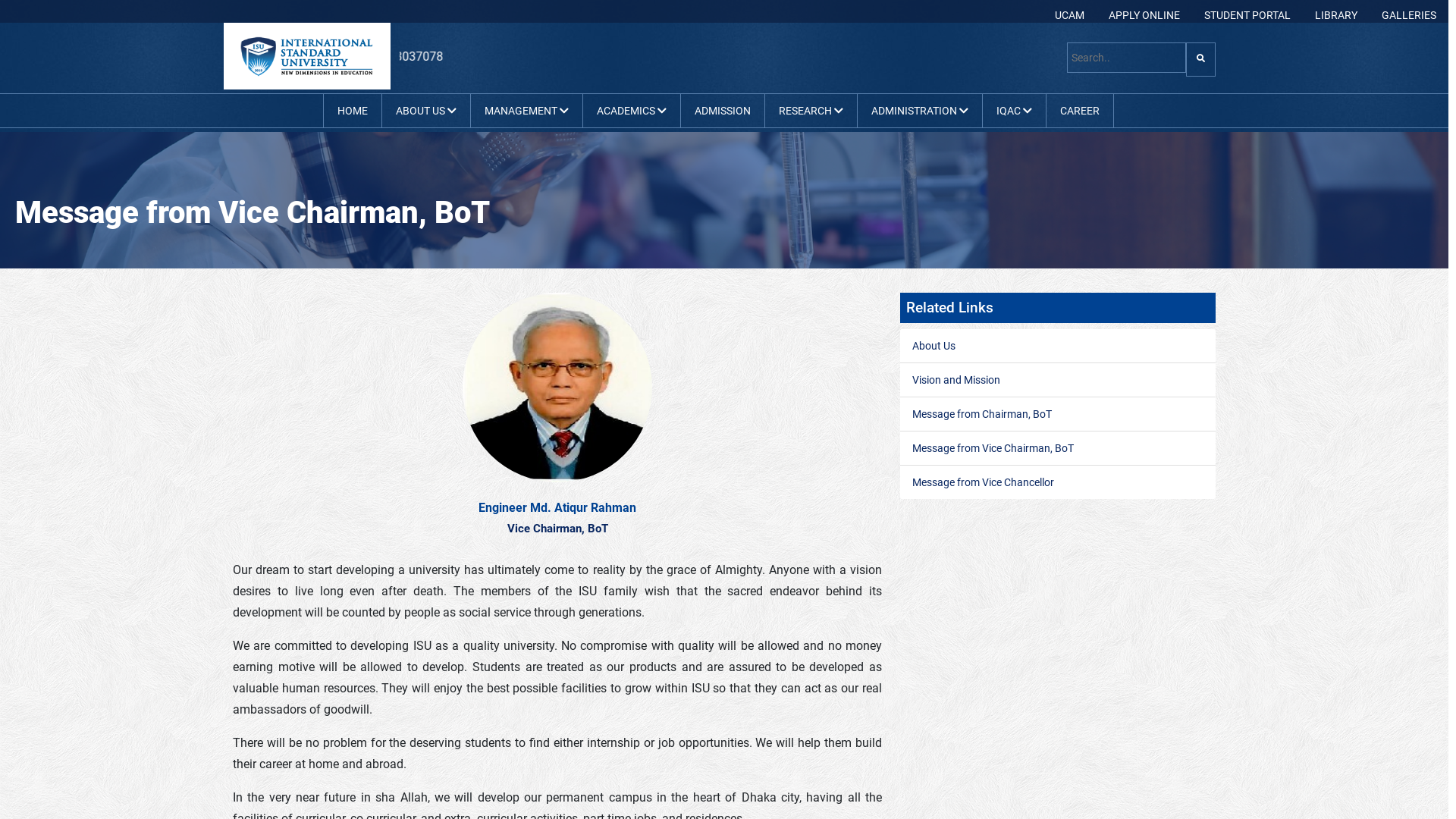 Image resolution: width=1456 pixels, height=819 pixels. What do you see at coordinates (526, 110) in the screenshot?
I see `'MANAGEMENT'` at bounding box center [526, 110].